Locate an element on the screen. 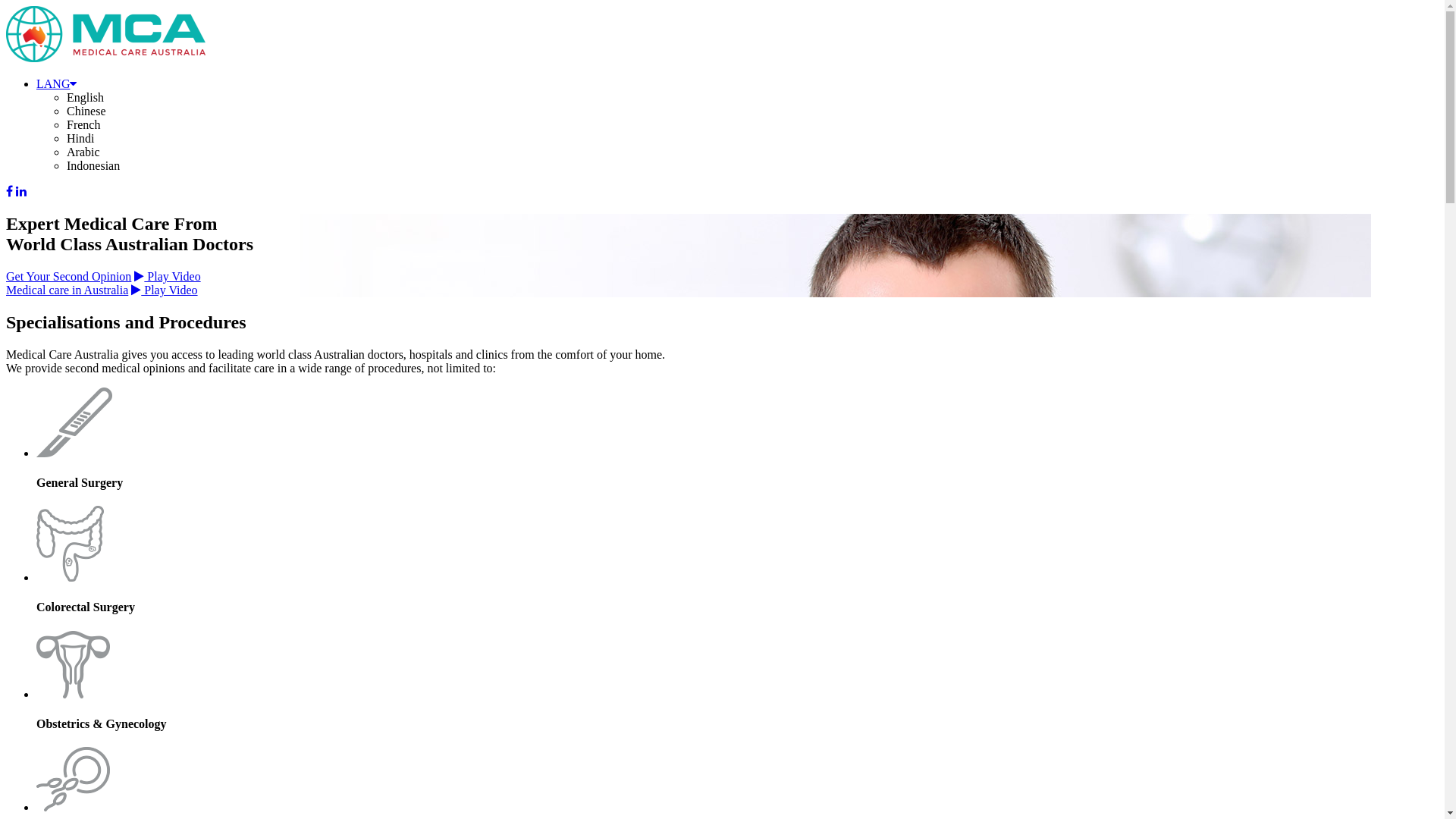  'Indonesian' is located at coordinates (65, 165).